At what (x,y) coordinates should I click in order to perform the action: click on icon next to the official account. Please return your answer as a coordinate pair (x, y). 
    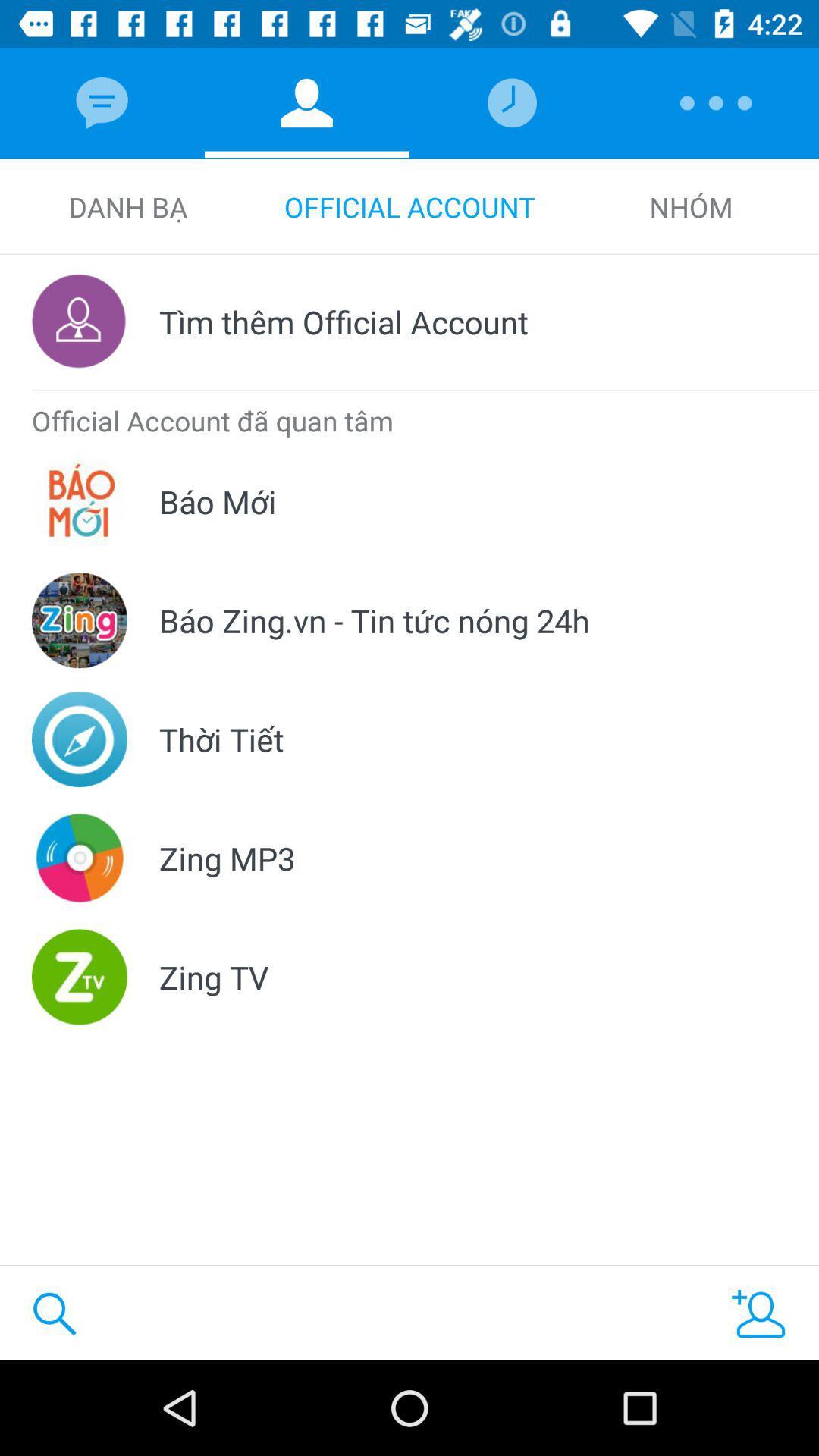
    Looking at the image, I should click on (691, 206).